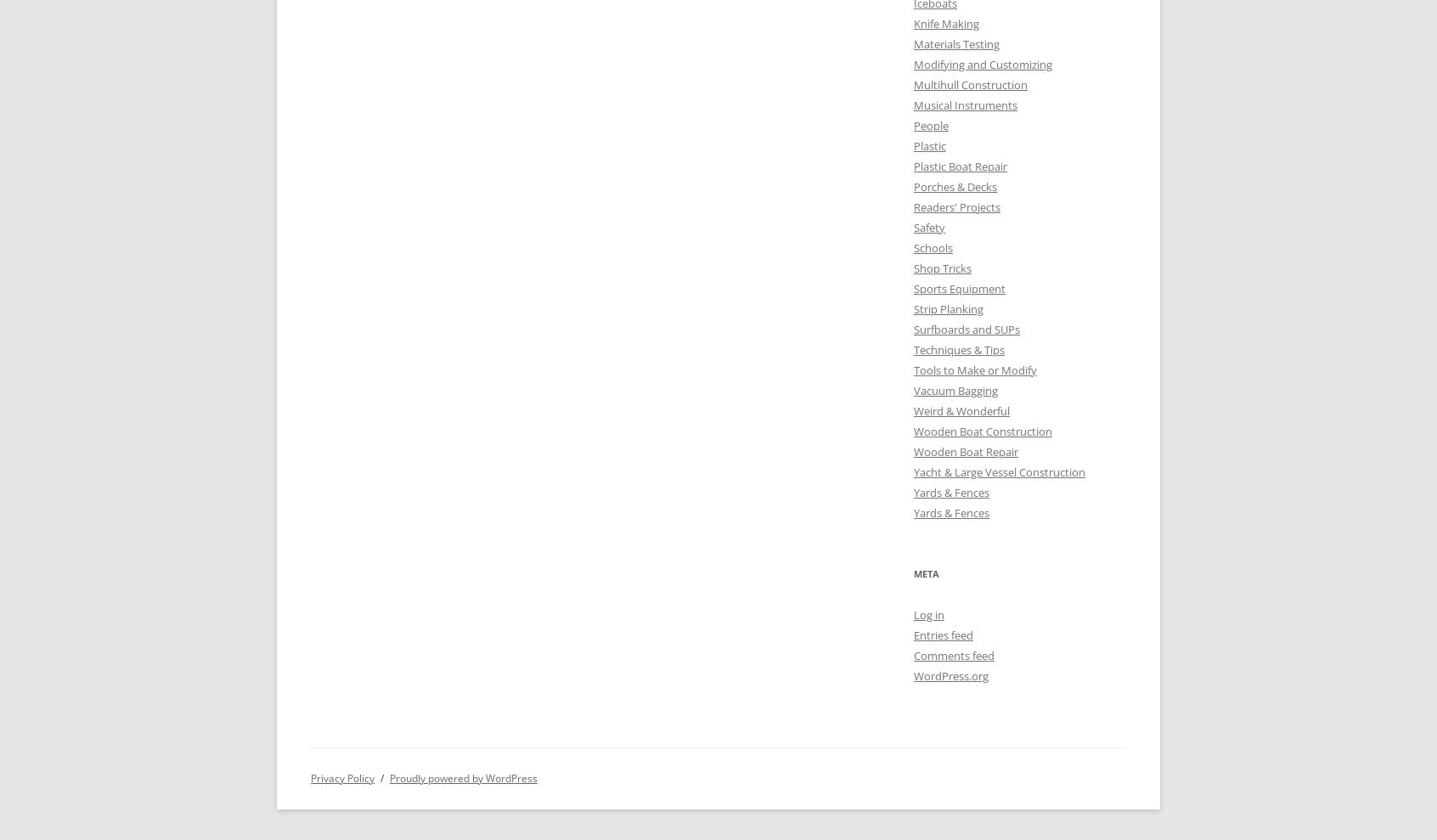  I want to click on 'Proudly powered by WordPress', so click(462, 776).